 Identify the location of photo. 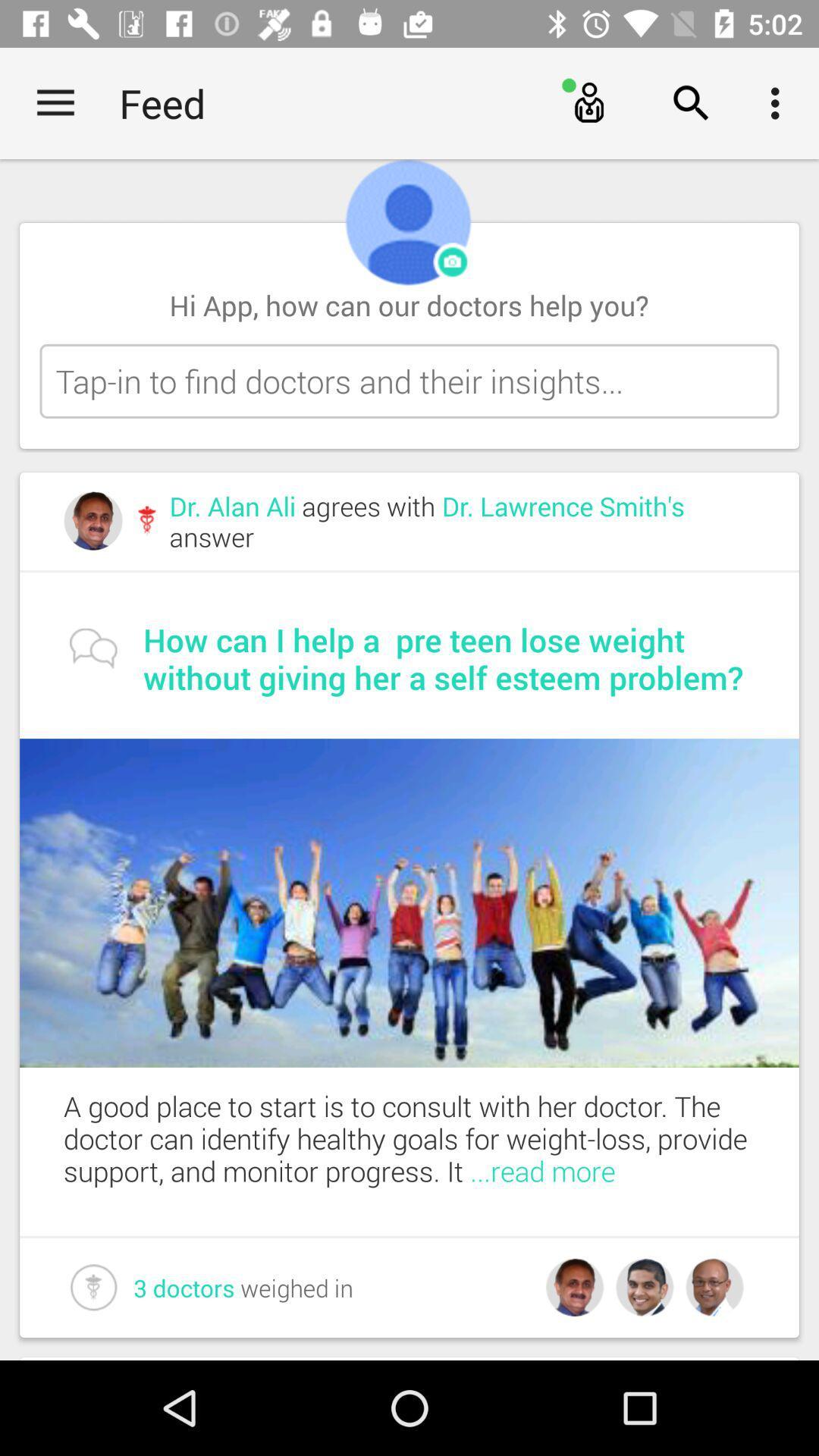
(452, 262).